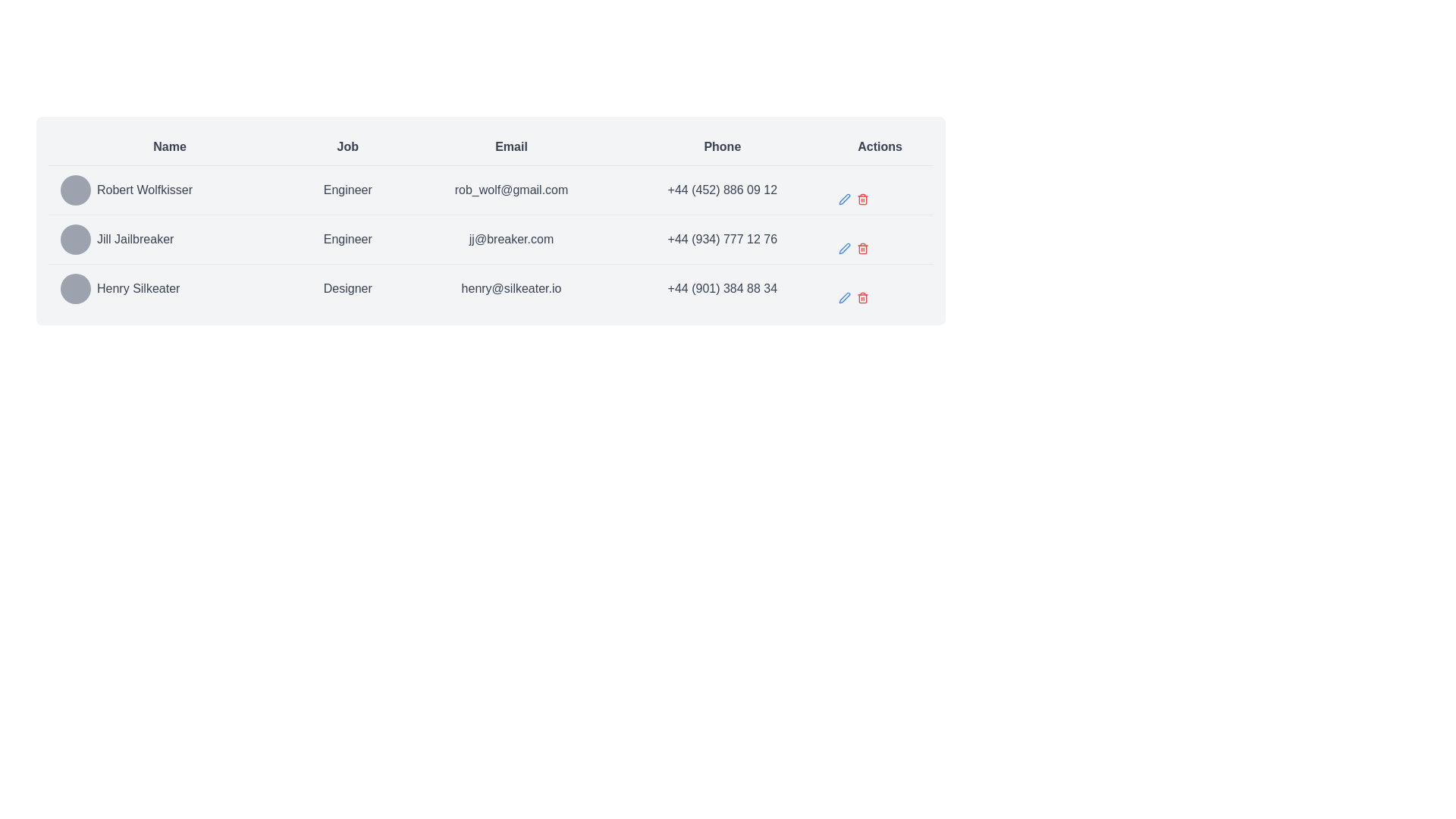 Image resolution: width=1456 pixels, height=819 pixels. I want to click on the static text element displaying the phone number '+44 (901) 384 88 34', so click(721, 288).